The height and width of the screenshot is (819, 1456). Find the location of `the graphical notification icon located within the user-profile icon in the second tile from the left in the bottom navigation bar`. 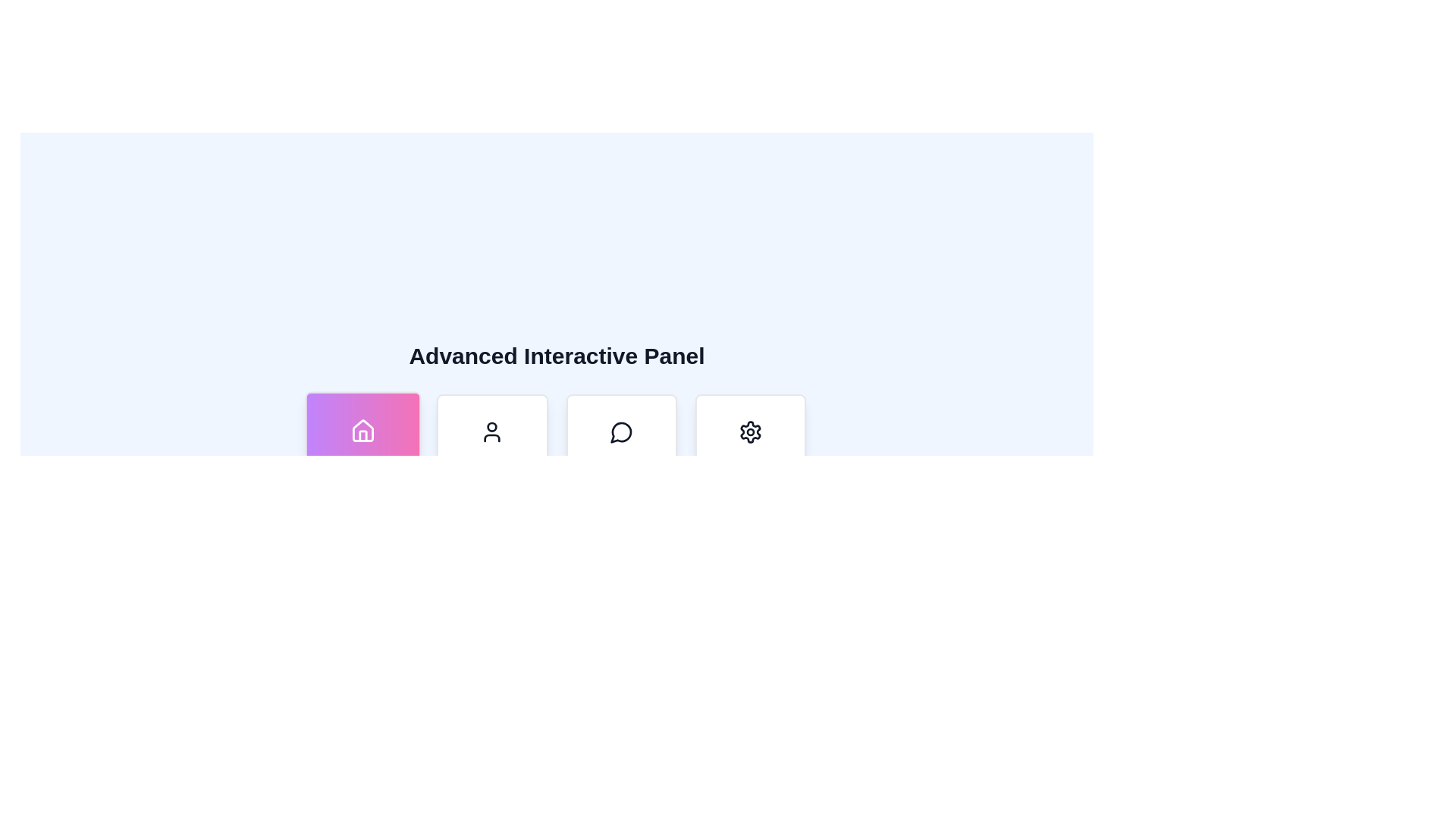

the graphical notification icon located within the user-profile icon in the second tile from the left in the bottom navigation bar is located at coordinates (492, 427).